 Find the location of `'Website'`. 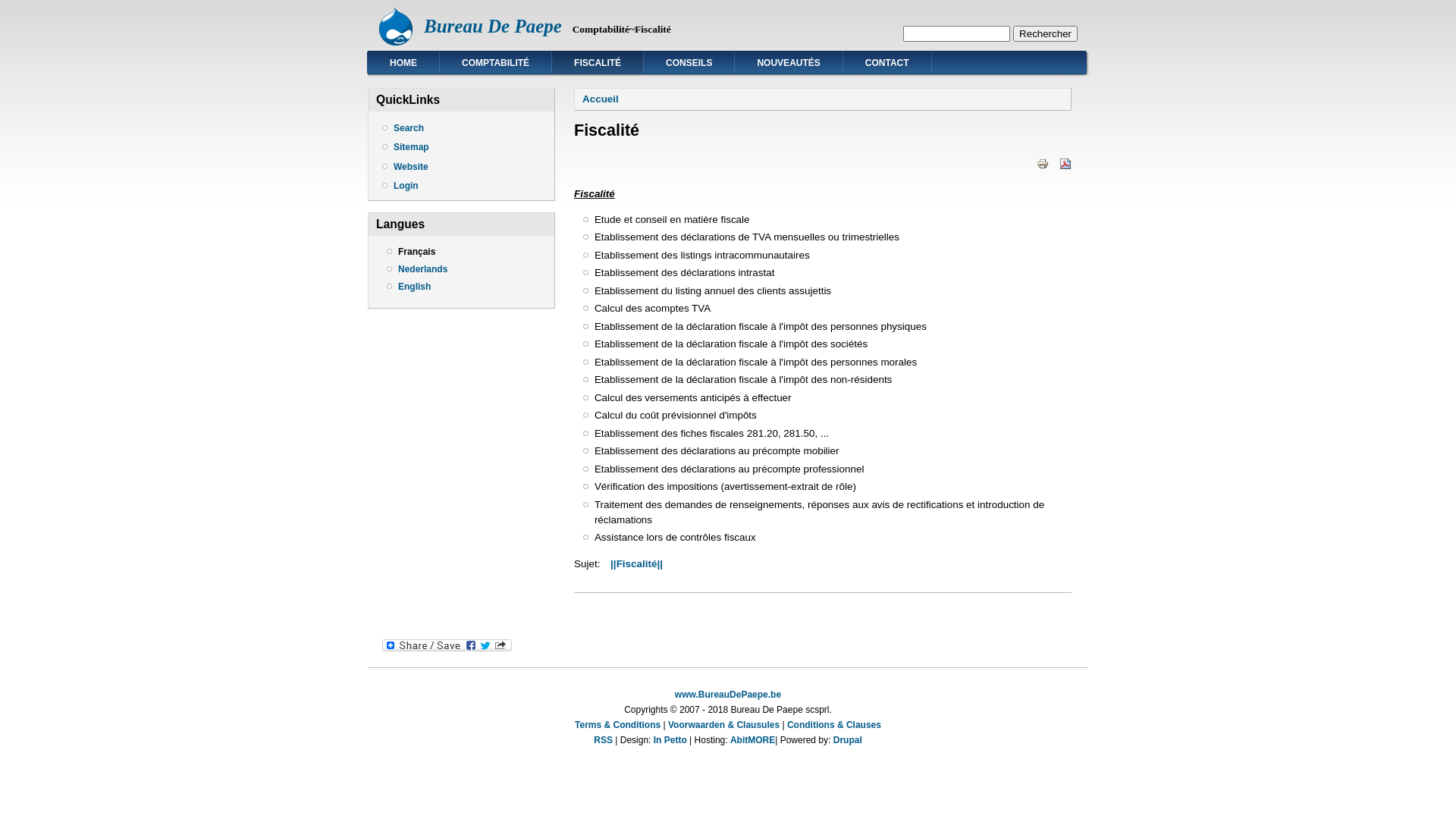

'Website' is located at coordinates (465, 166).